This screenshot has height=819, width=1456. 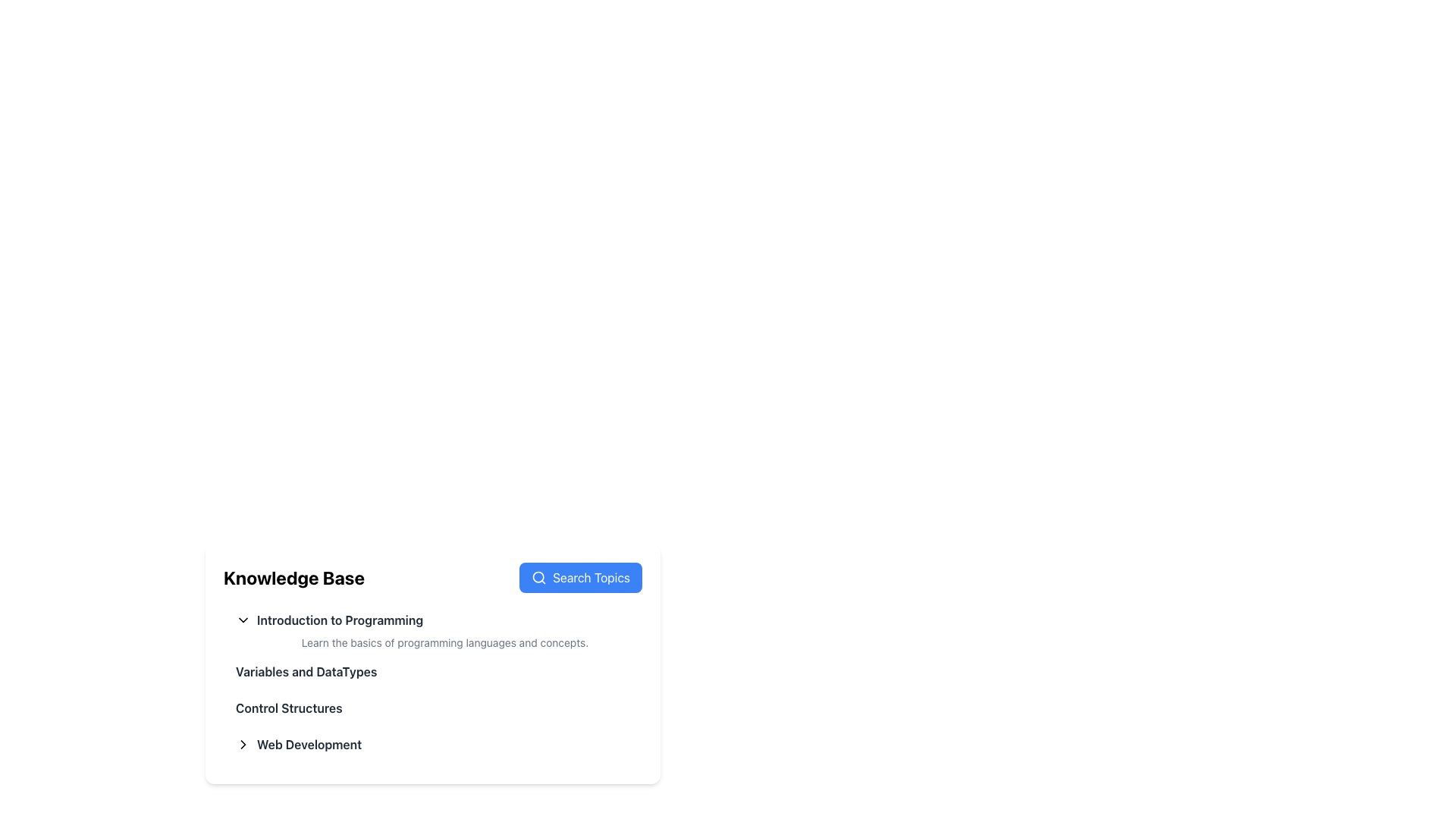 I want to click on the central circular part of the search icon within the blue rectangular button labeled 'Search Topics' located near the top right of the 'Knowledge Base' section, so click(x=538, y=577).